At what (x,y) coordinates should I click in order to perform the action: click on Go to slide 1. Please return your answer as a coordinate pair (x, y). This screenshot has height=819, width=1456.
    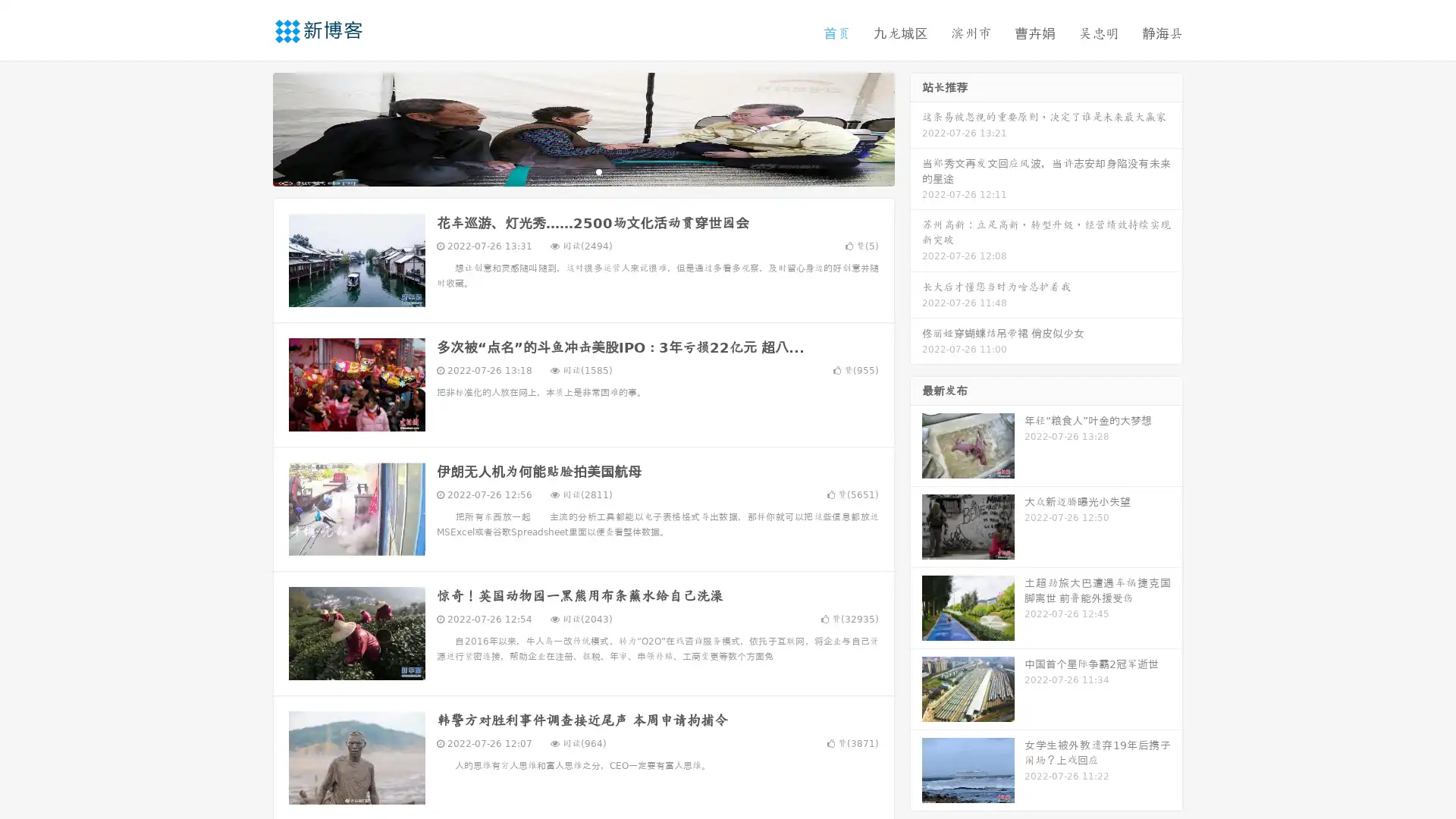
    Looking at the image, I should click on (567, 171).